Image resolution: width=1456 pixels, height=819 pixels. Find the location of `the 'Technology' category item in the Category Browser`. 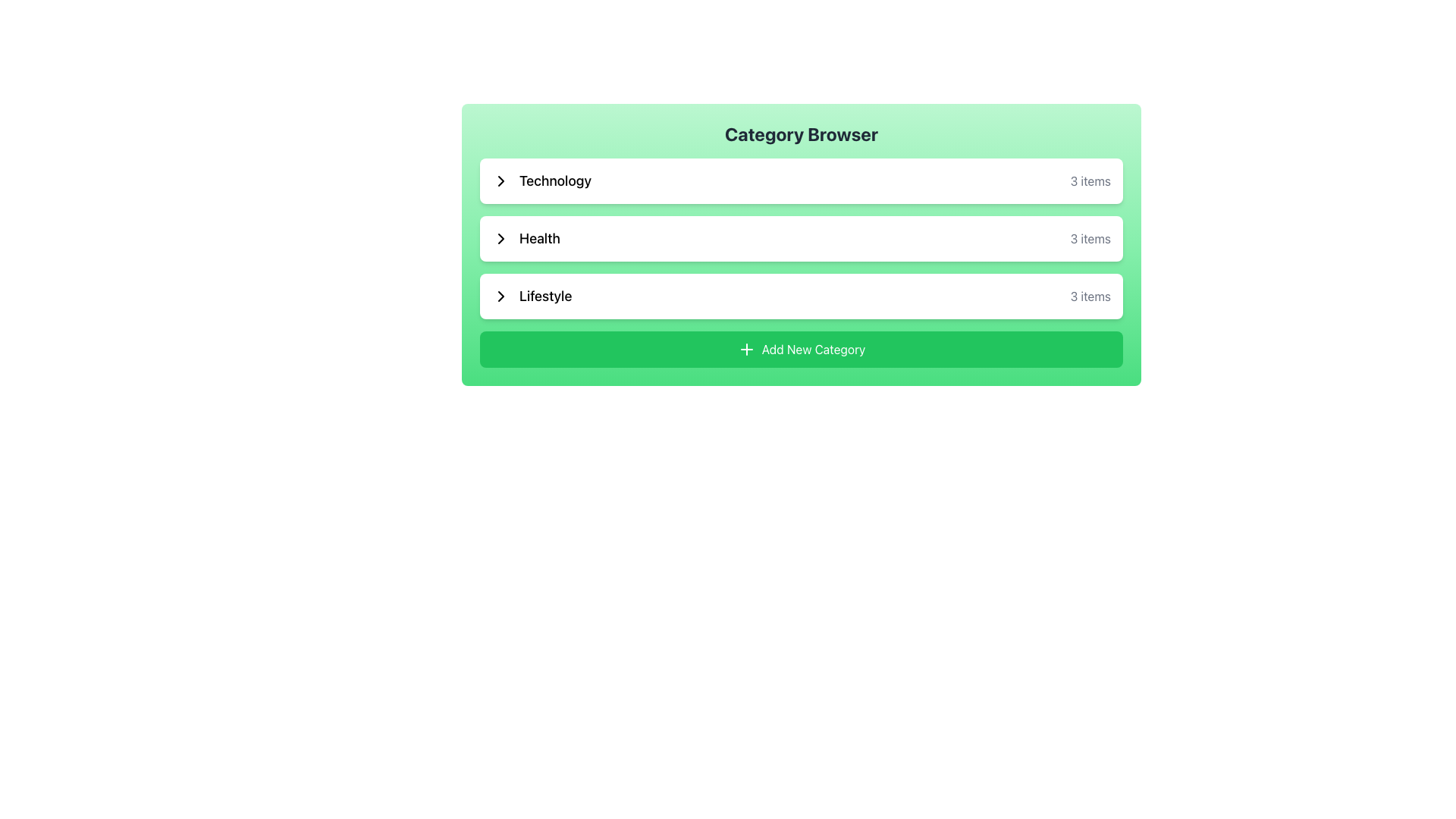

the 'Technology' category item in the Category Browser is located at coordinates (800, 180).